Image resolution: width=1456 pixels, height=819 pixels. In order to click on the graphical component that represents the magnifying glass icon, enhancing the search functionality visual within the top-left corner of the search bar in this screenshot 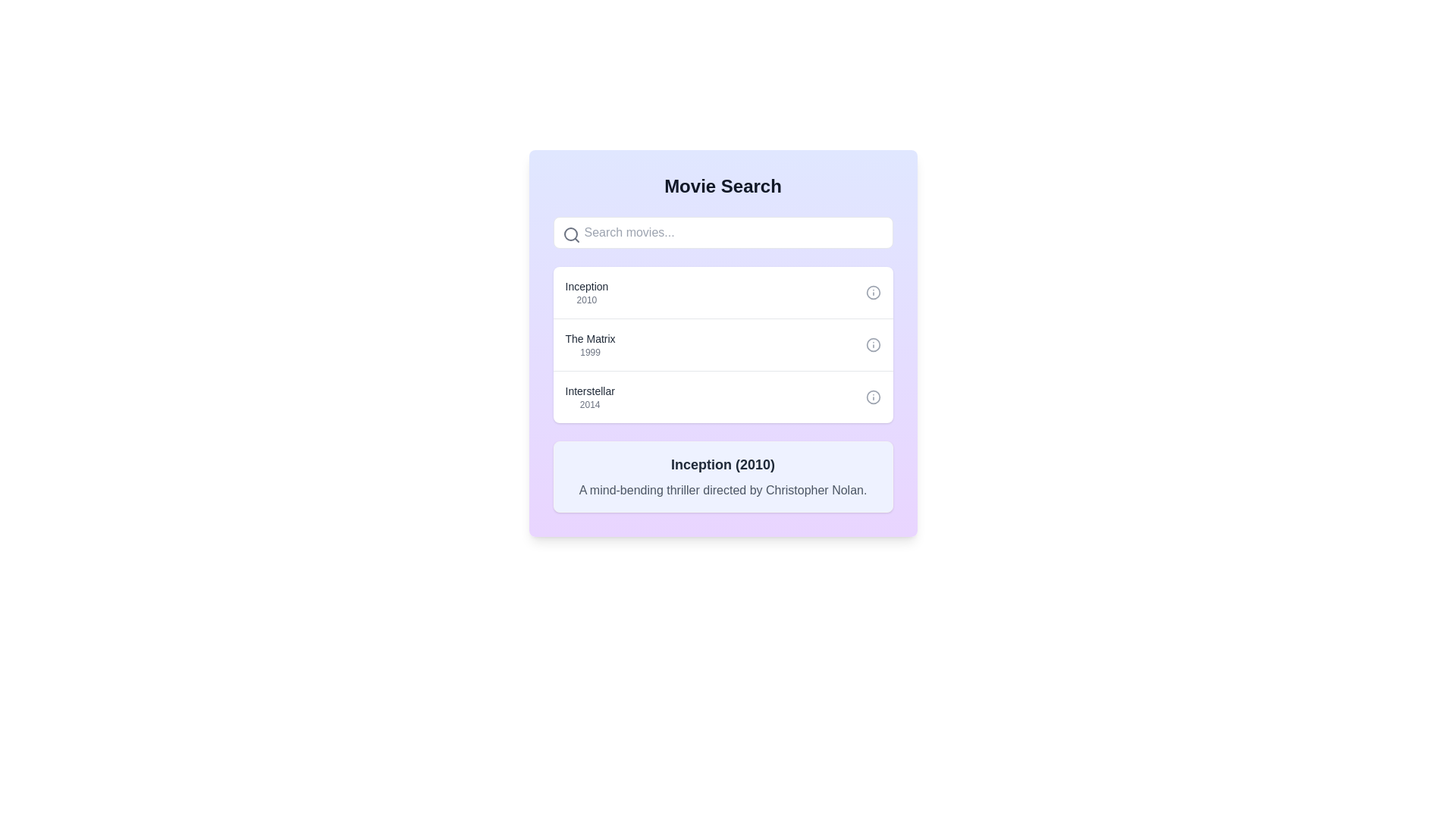, I will do `click(570, 234)`.